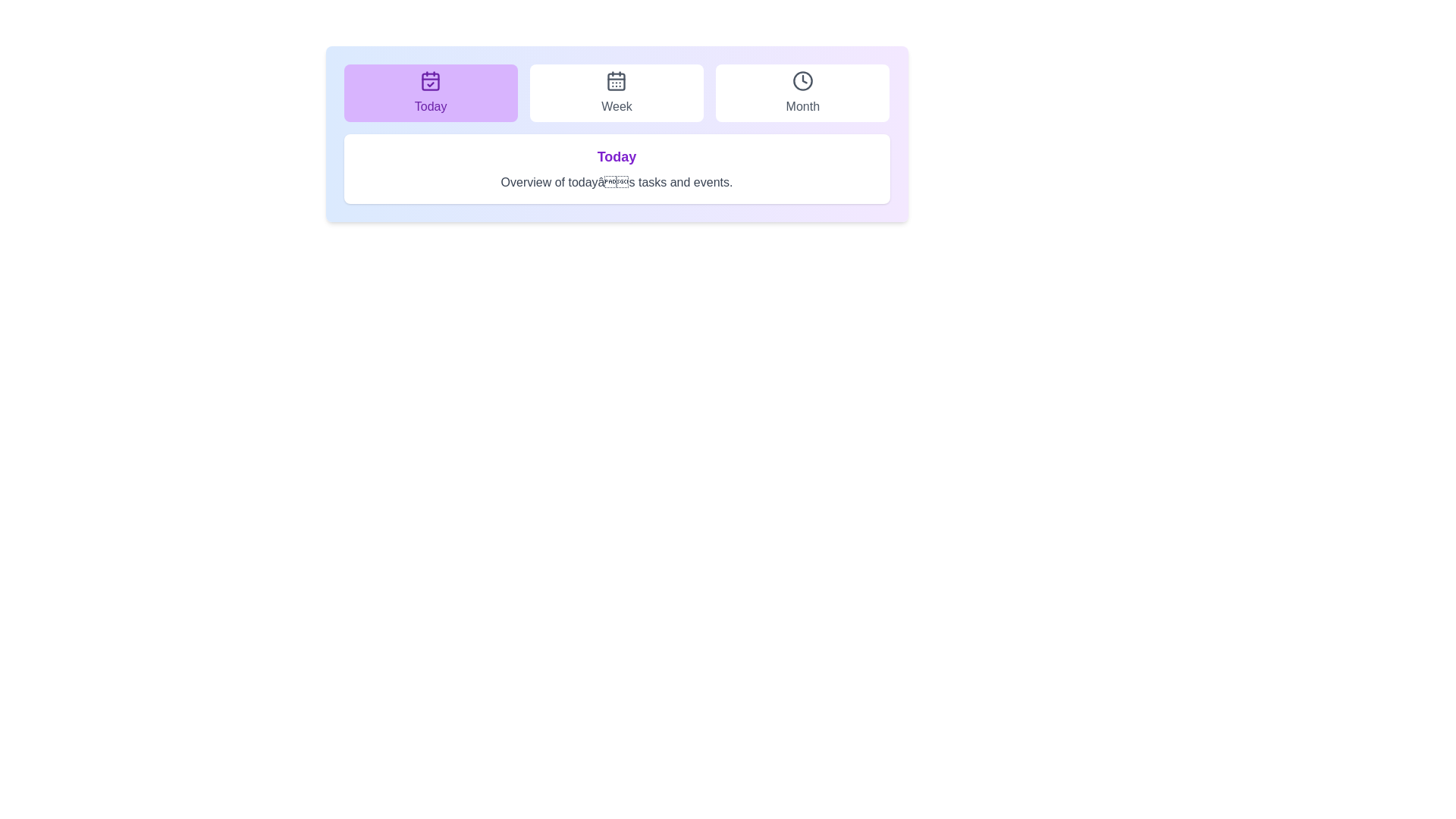 This screenshot has height=819, width=1456. Describe the element at coordinates (429, 93) in the screenshot. I see `the Today tab to view its hover effect` at that location.